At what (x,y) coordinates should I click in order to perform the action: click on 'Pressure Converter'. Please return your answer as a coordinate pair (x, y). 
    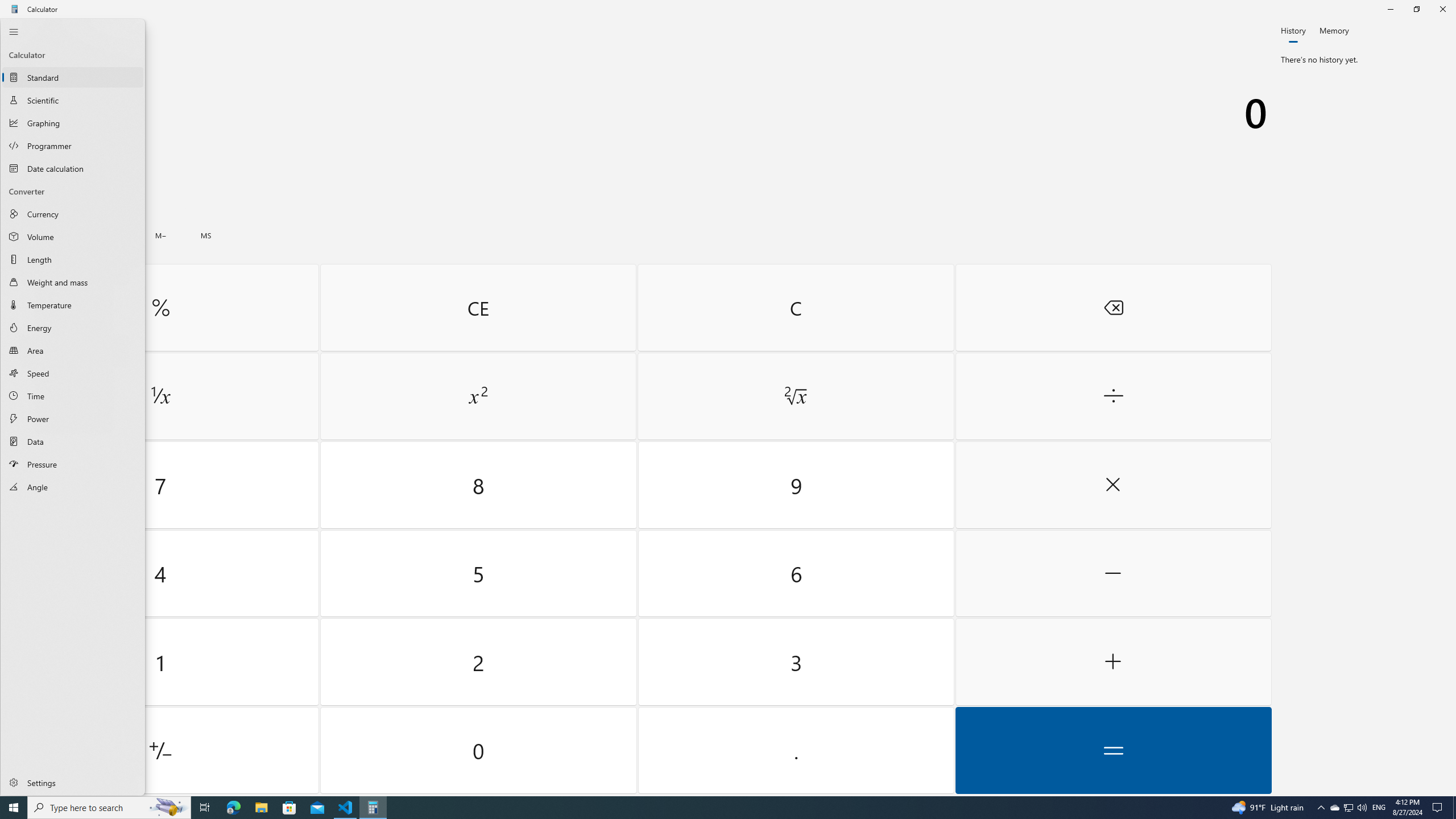
    Looking at the image, I should click on (72, 464).